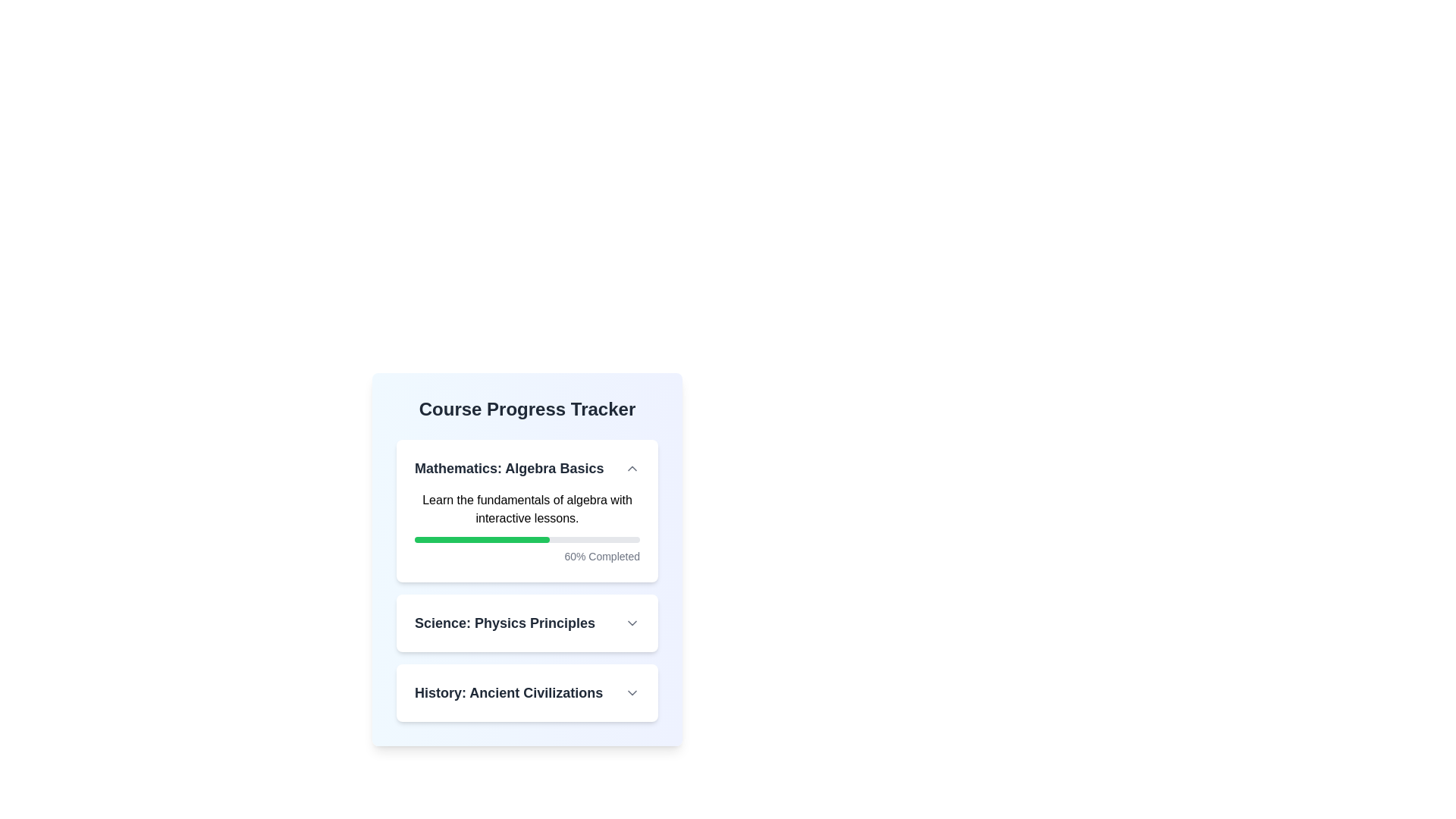 The image size is (1456, 819). What do you see at coordinates (632, 623) in the screenshot?
I see `the dropdown toggle button at the rightmost edge of the 'Science: Physics Principles' section` at bounding box center [632, 623].